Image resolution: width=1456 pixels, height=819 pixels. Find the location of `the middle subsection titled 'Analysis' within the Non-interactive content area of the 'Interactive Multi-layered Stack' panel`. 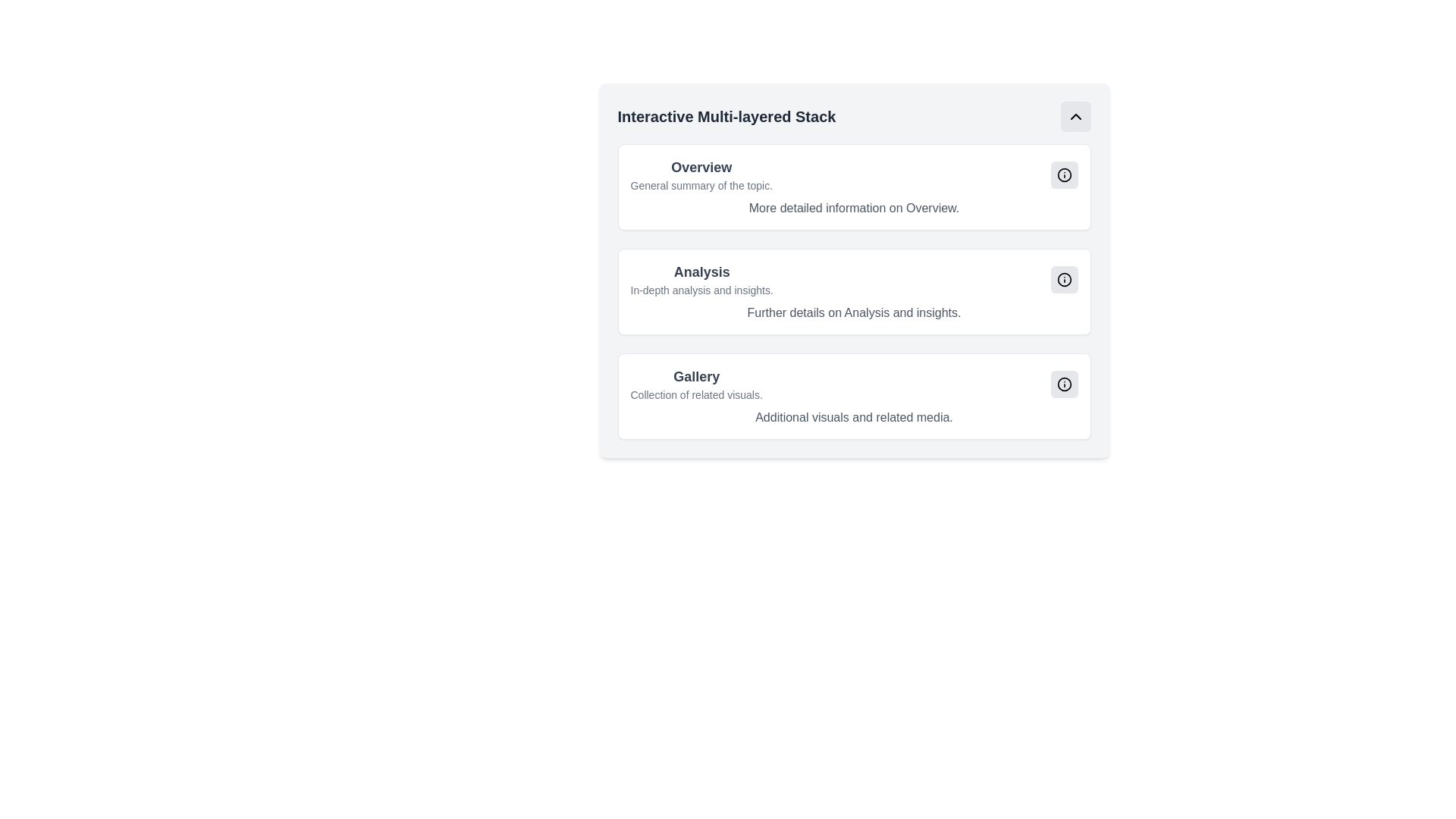

the middle subsection titled 'Analysis' within the Non-interactive content area of the 'Interactive Multi-layered Stack' panel is located at coordinates (854, 270).